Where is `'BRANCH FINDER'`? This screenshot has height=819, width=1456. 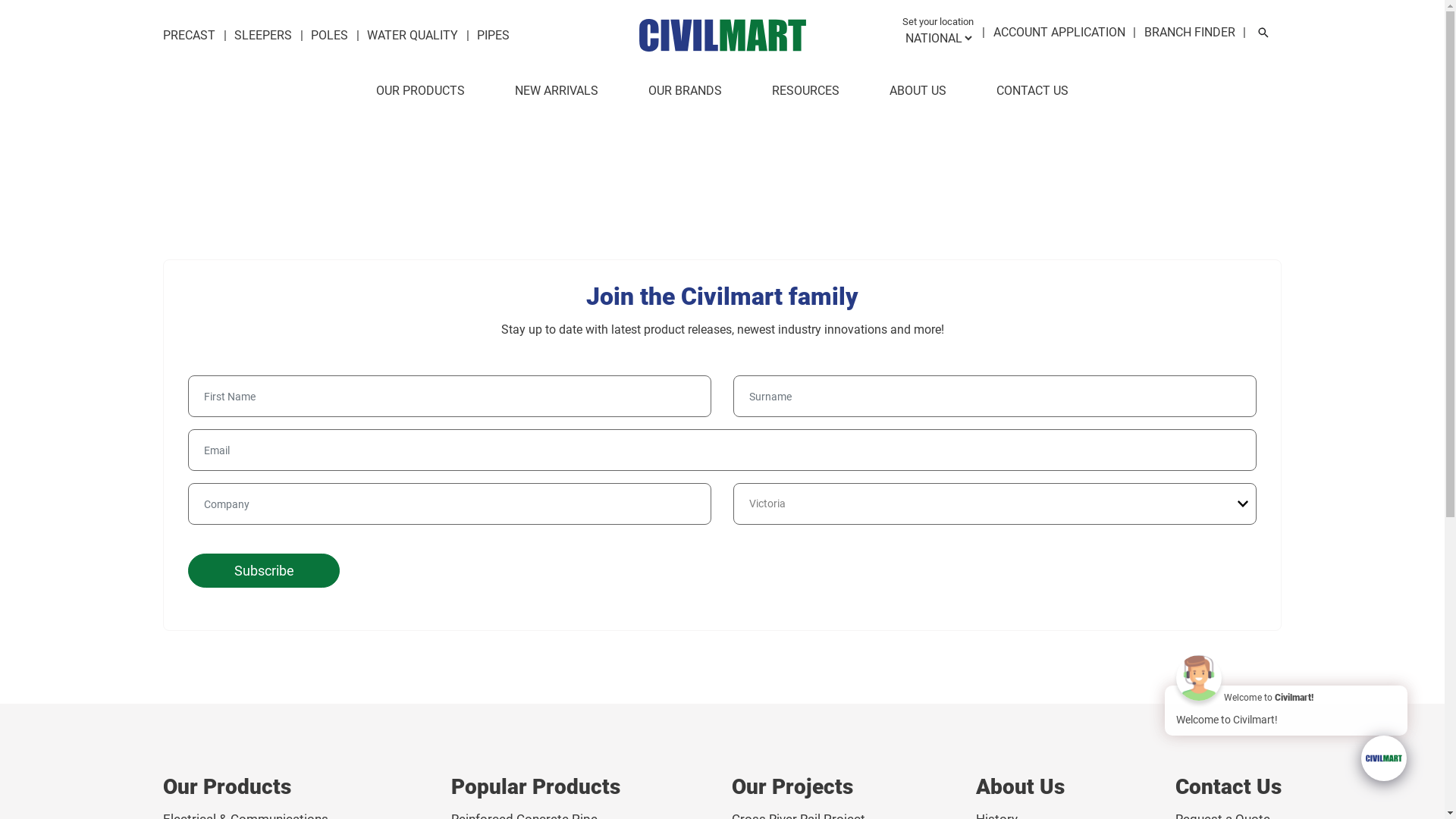
'BRANCH FINDER' is located at coordinates (1189, 32).